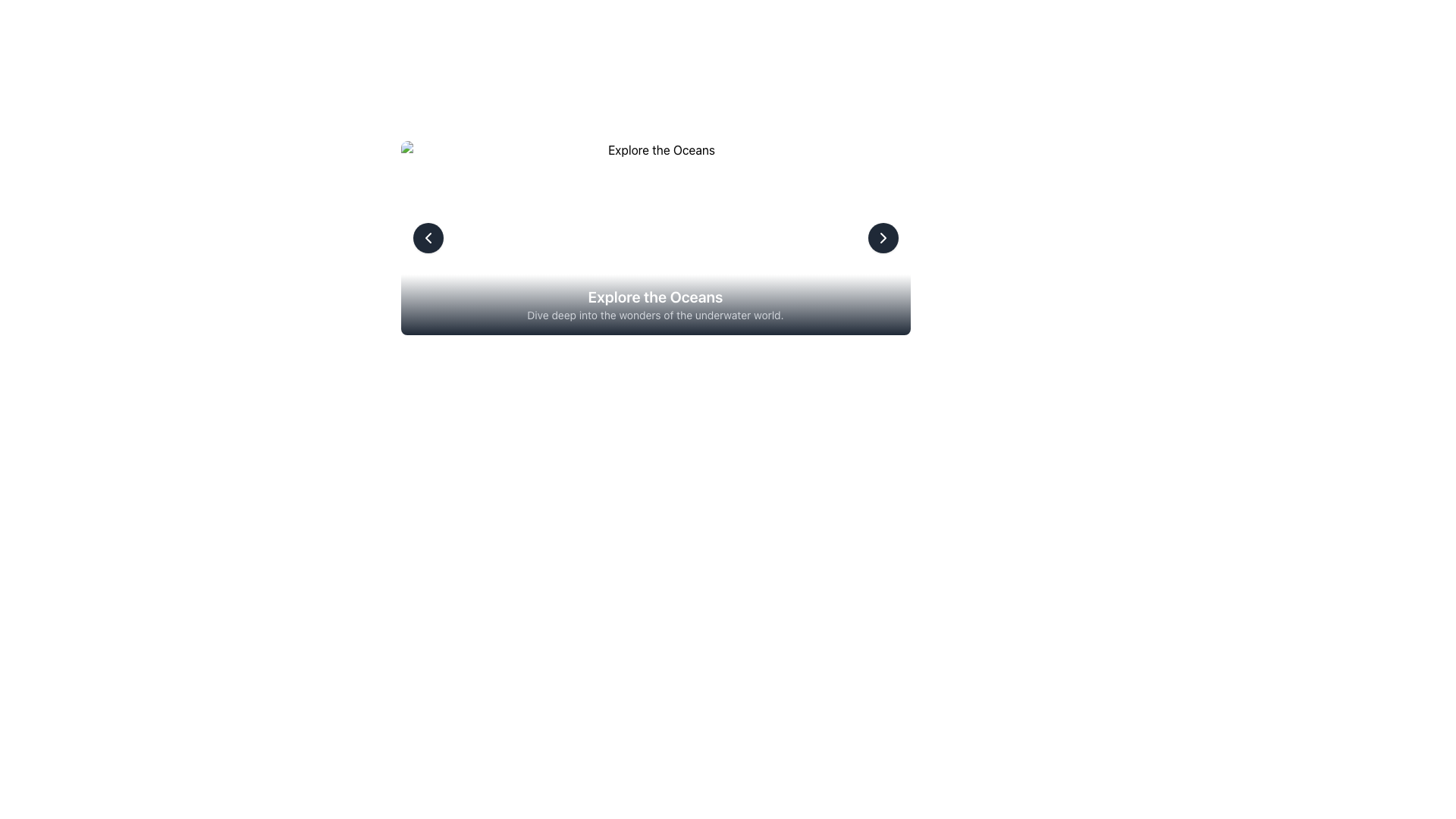 Image resolution: width=1456 pixels, height=819 pixels. I want to click on the left-facing chevron arrow icon within the circular button, so click(427, 237).